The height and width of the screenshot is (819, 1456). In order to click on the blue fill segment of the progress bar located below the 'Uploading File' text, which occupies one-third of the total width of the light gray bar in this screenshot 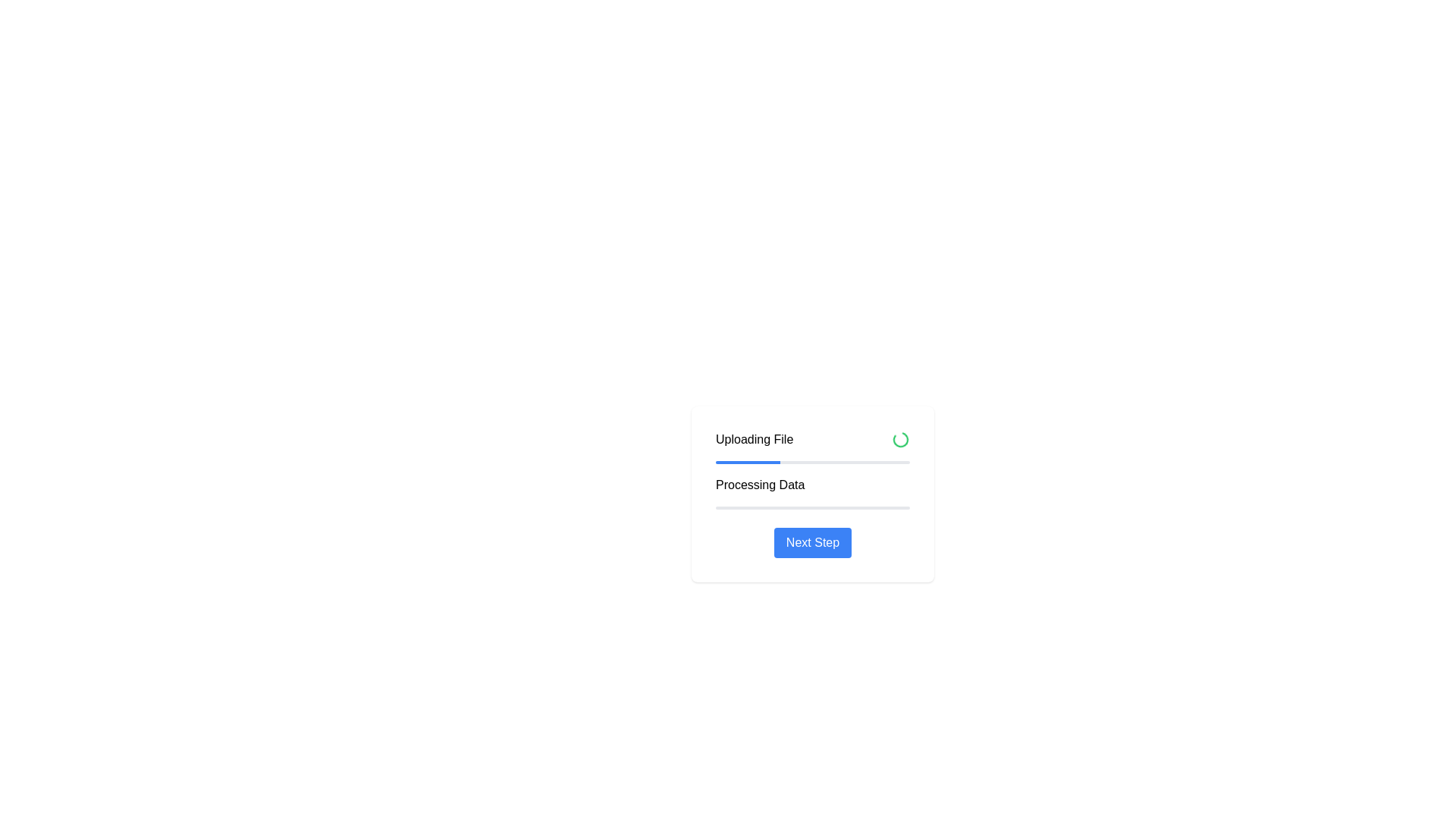, I will do `click(748, 461)`.